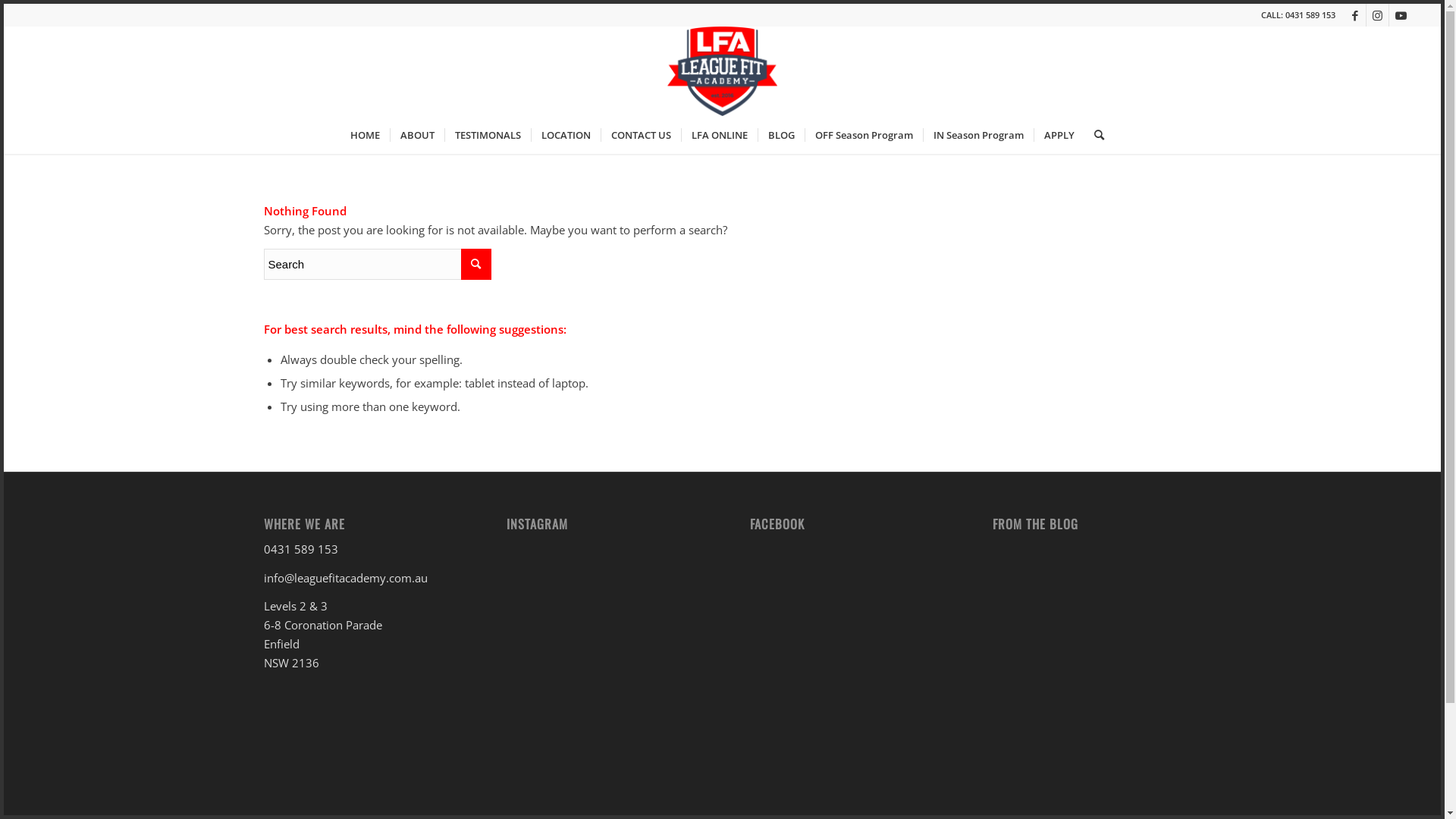 This screenshot has width=1456, height=819. Describe the element at coordinates (1058, 133) in the screenshot. I see `'APPLY'` at that location.